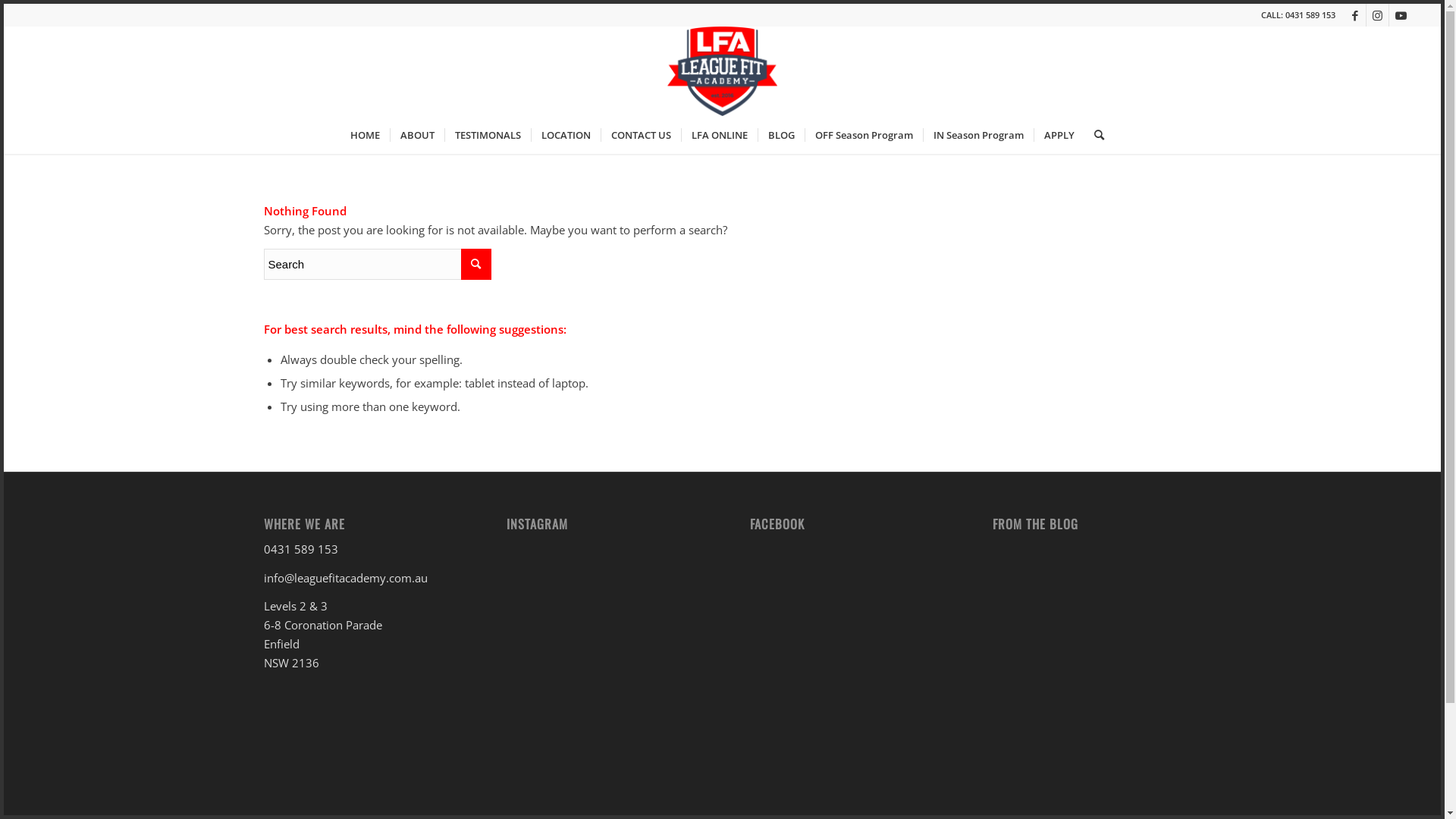 This screenshot has width=1456, height=819. Describe the element at coordinates (1058, 133) in the screenshot. I see `'APPLY'` at that location.